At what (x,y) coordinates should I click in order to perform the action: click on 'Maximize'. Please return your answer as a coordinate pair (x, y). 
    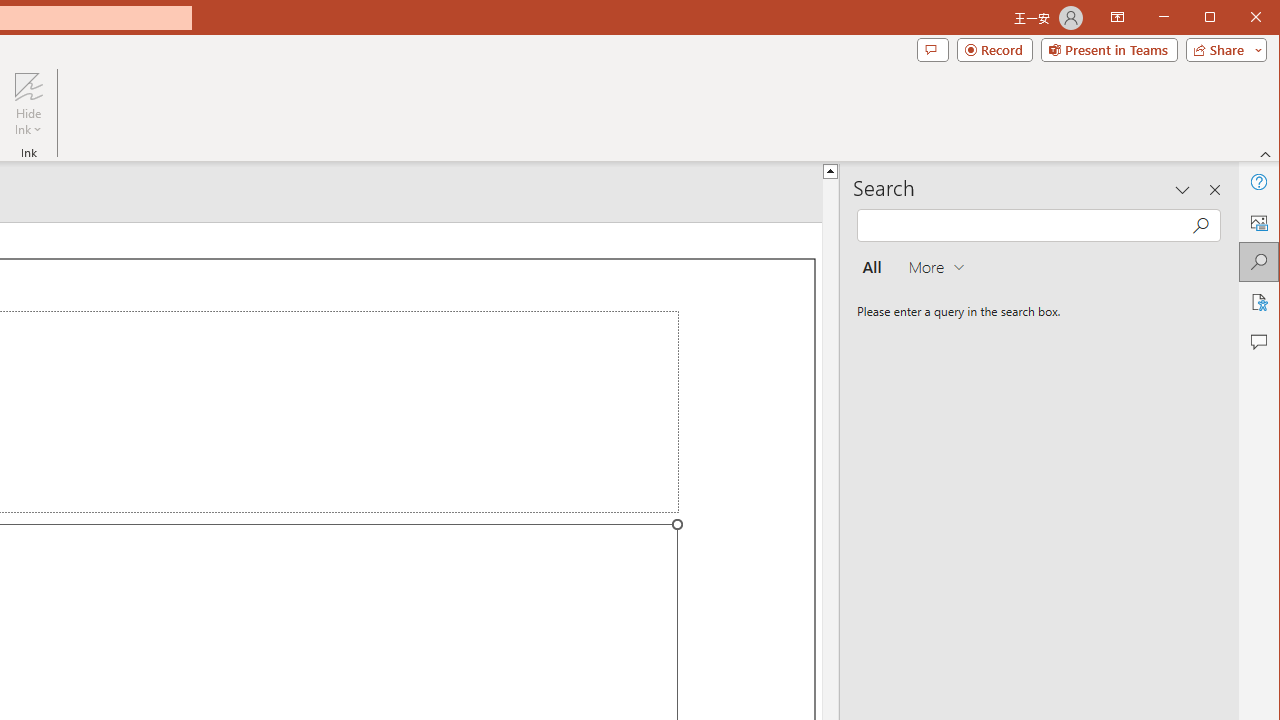
    Looking at the image, I should click on (1238, 19).